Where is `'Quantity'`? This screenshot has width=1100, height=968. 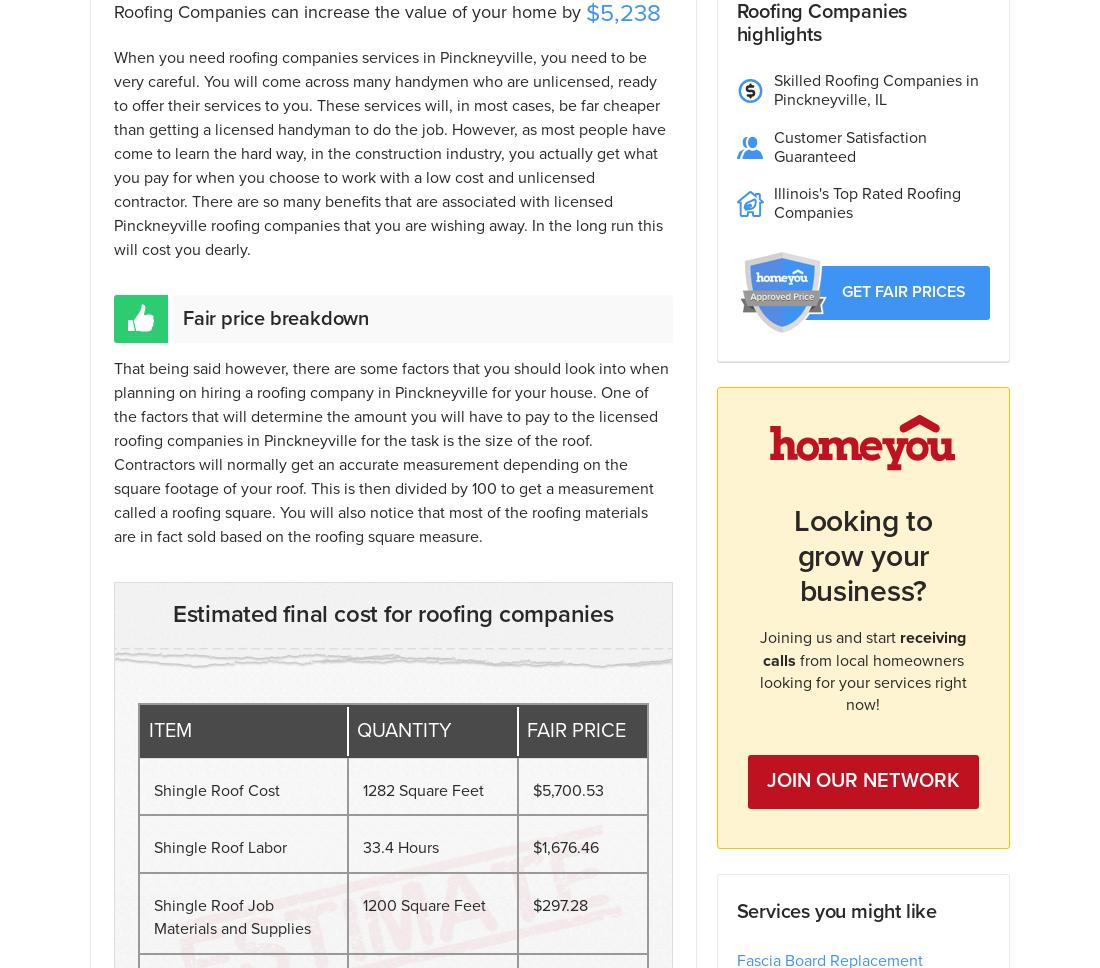 'Quantity' is located at coordinates (403, 731).